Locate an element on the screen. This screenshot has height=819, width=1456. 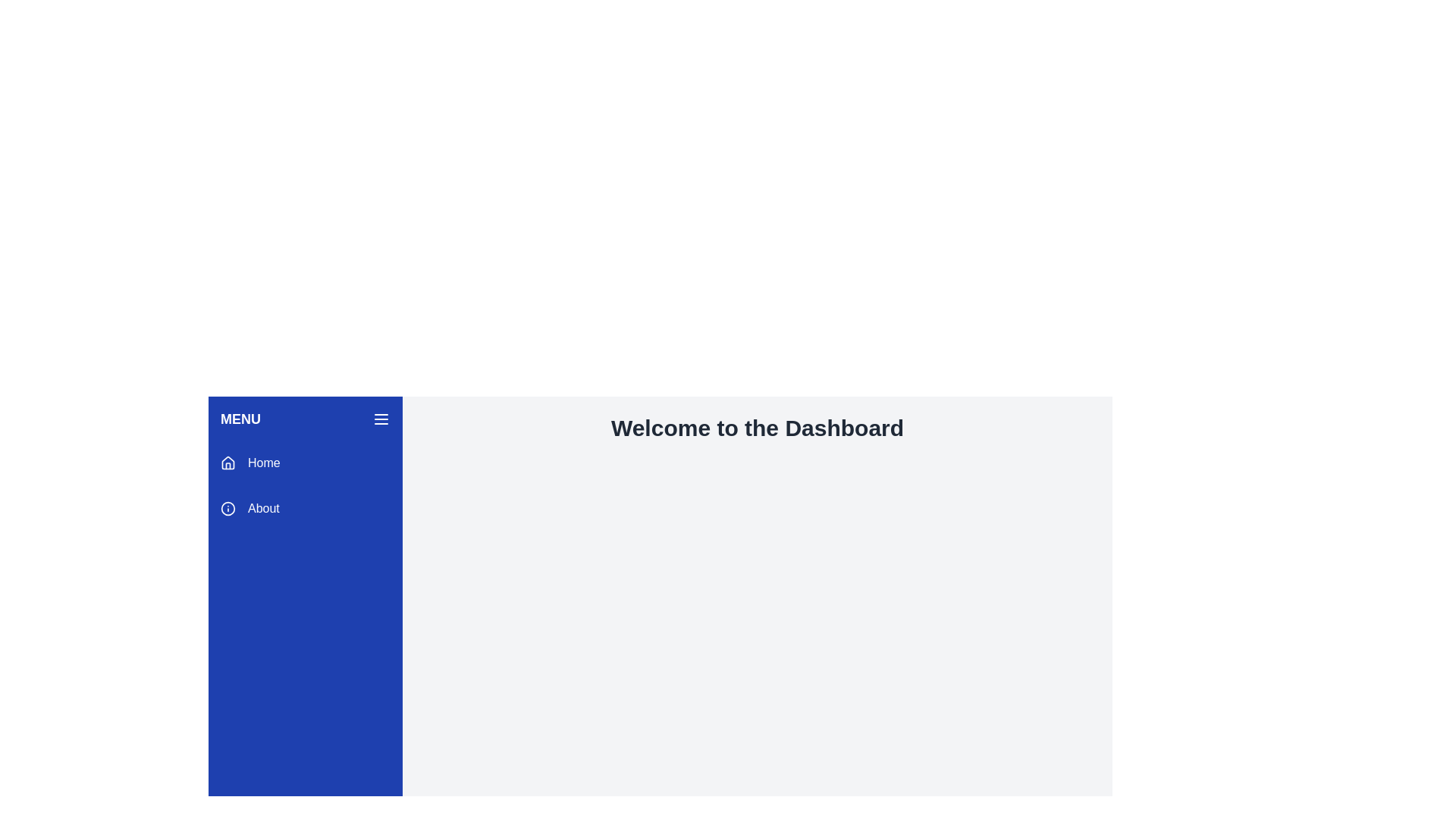
the static text header that serves as a welcoming message for the dashboard page, which is centrally located above the main body content is located at coordinates (757, 428).